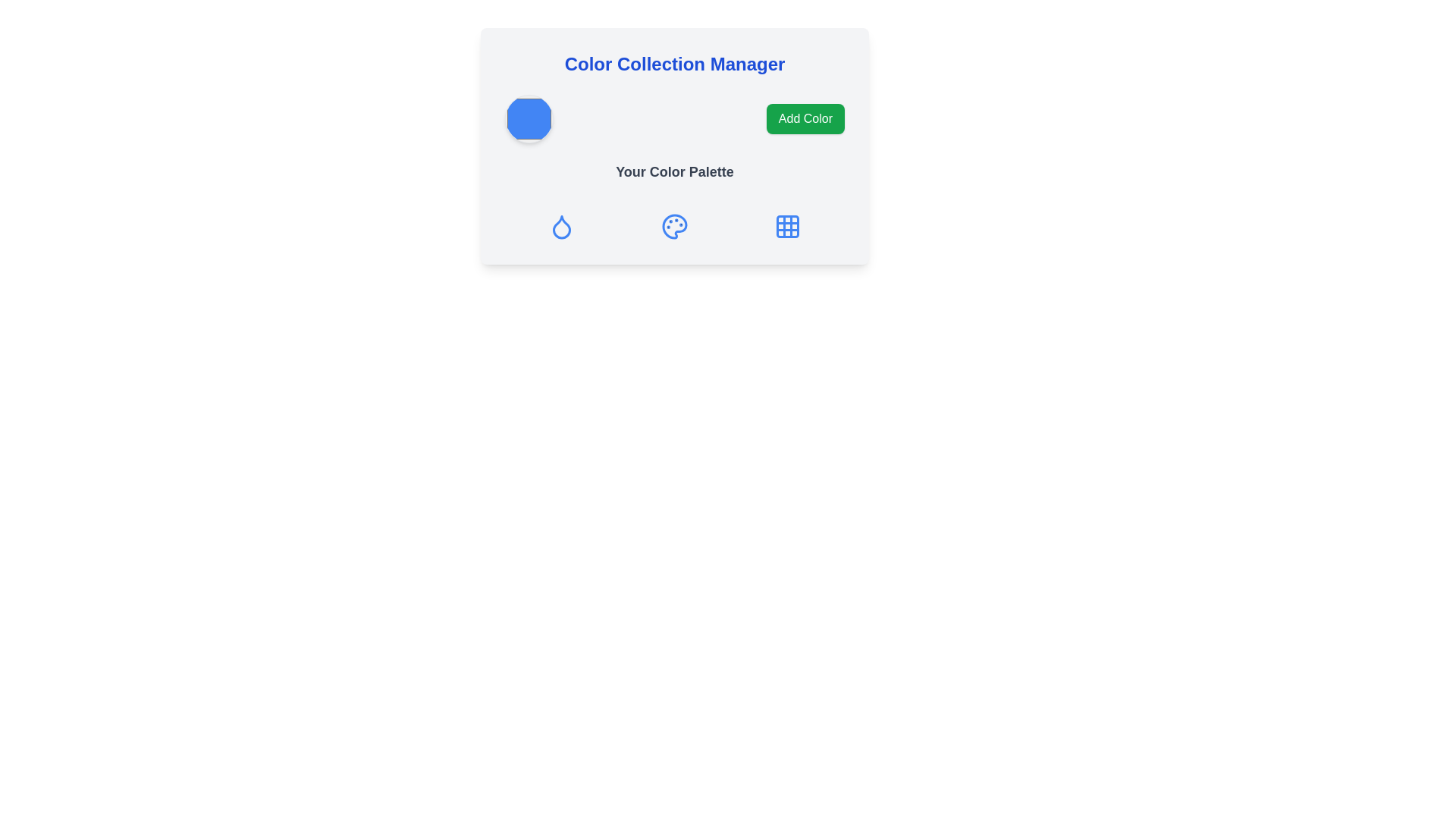  I want to click on the droplet-shaped blue icon with a stroke outline located in the bottom left section of 'Your Color Palette', which is the first icon among three horizontally aligned icons, so click(560, 227).